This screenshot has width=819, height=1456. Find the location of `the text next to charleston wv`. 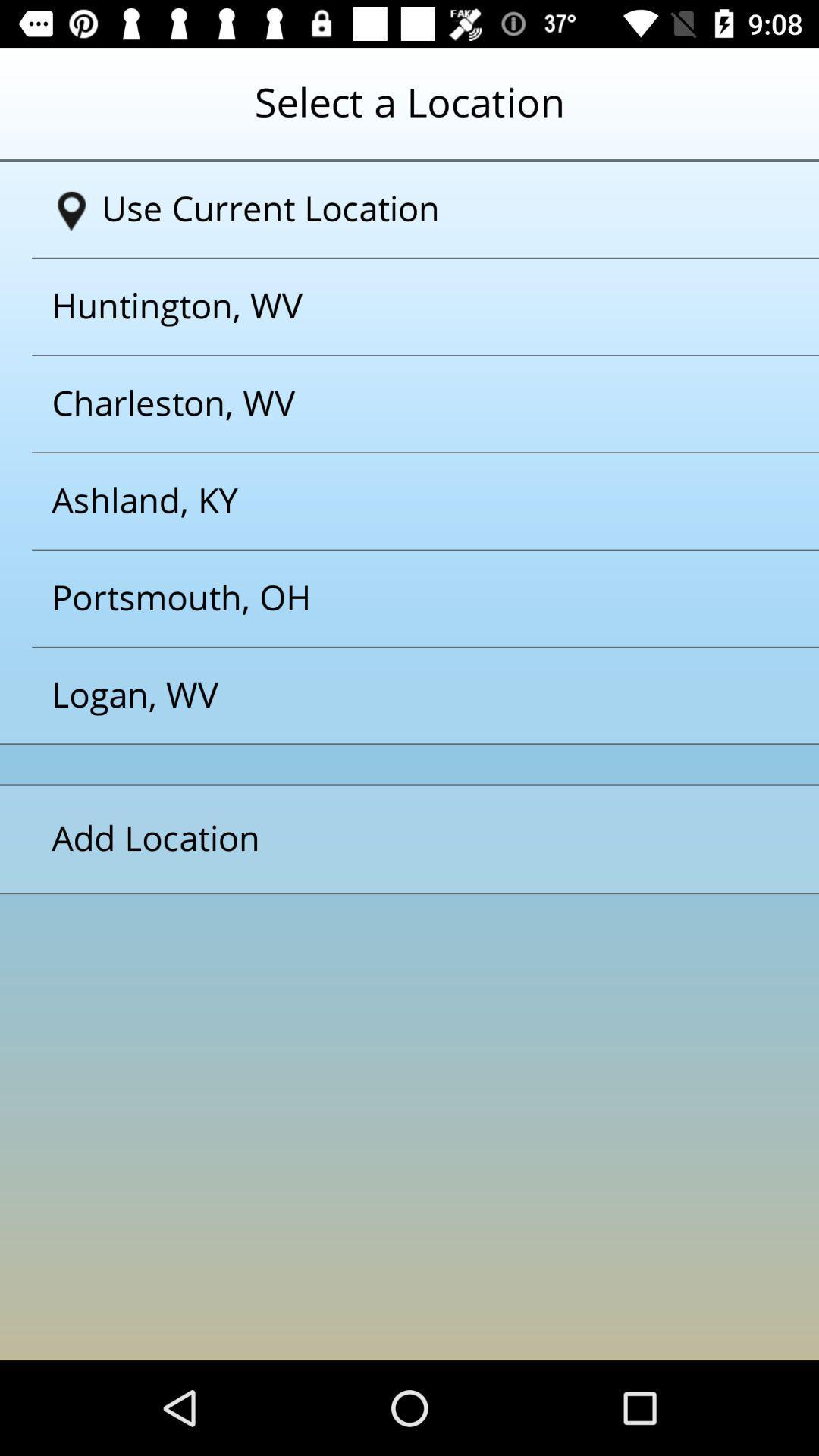

the text next to charleston wv is located at coordinates (390, 501).